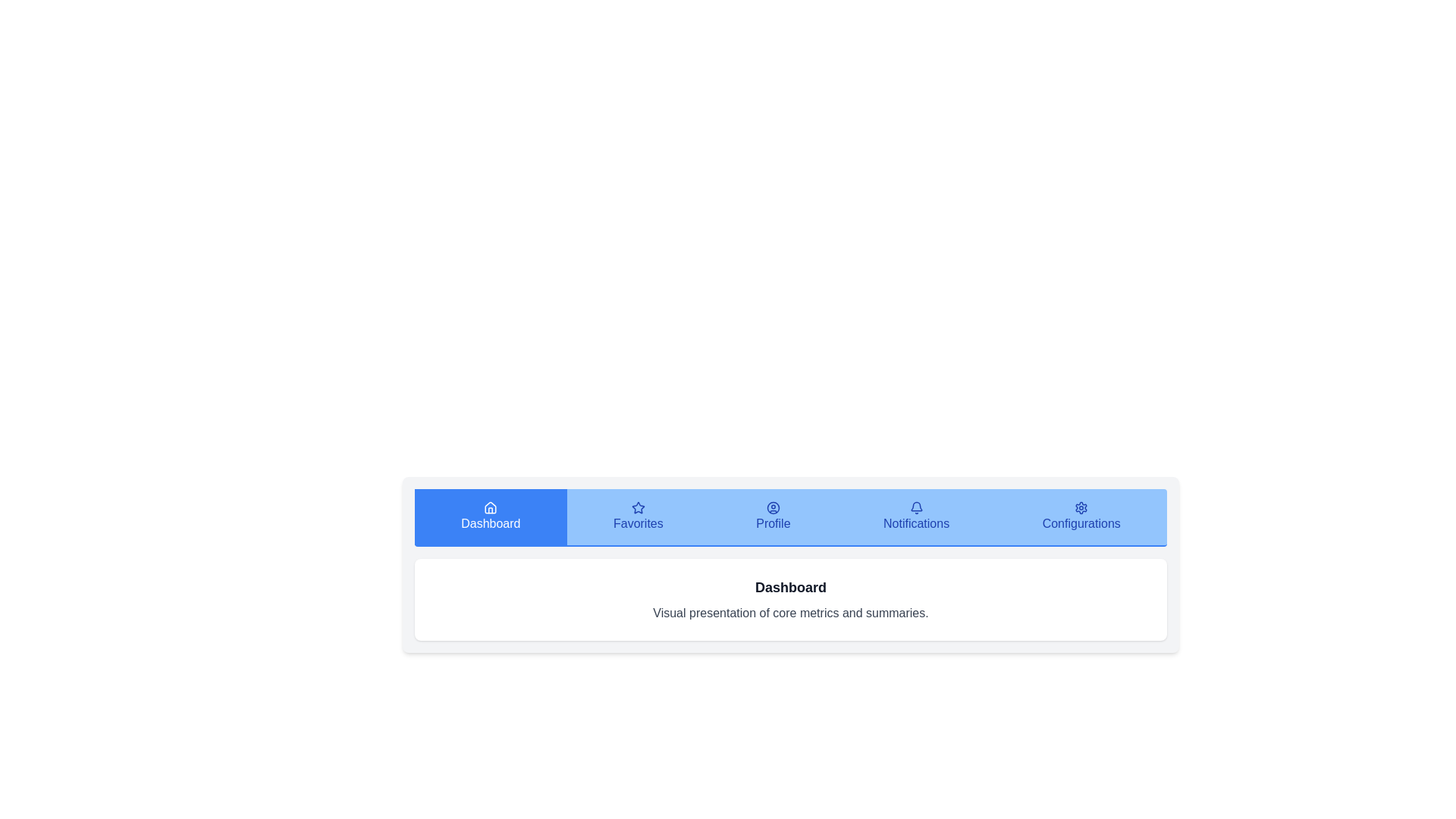  I want to click on the tab corresponding to Profile, so click(772, 516).